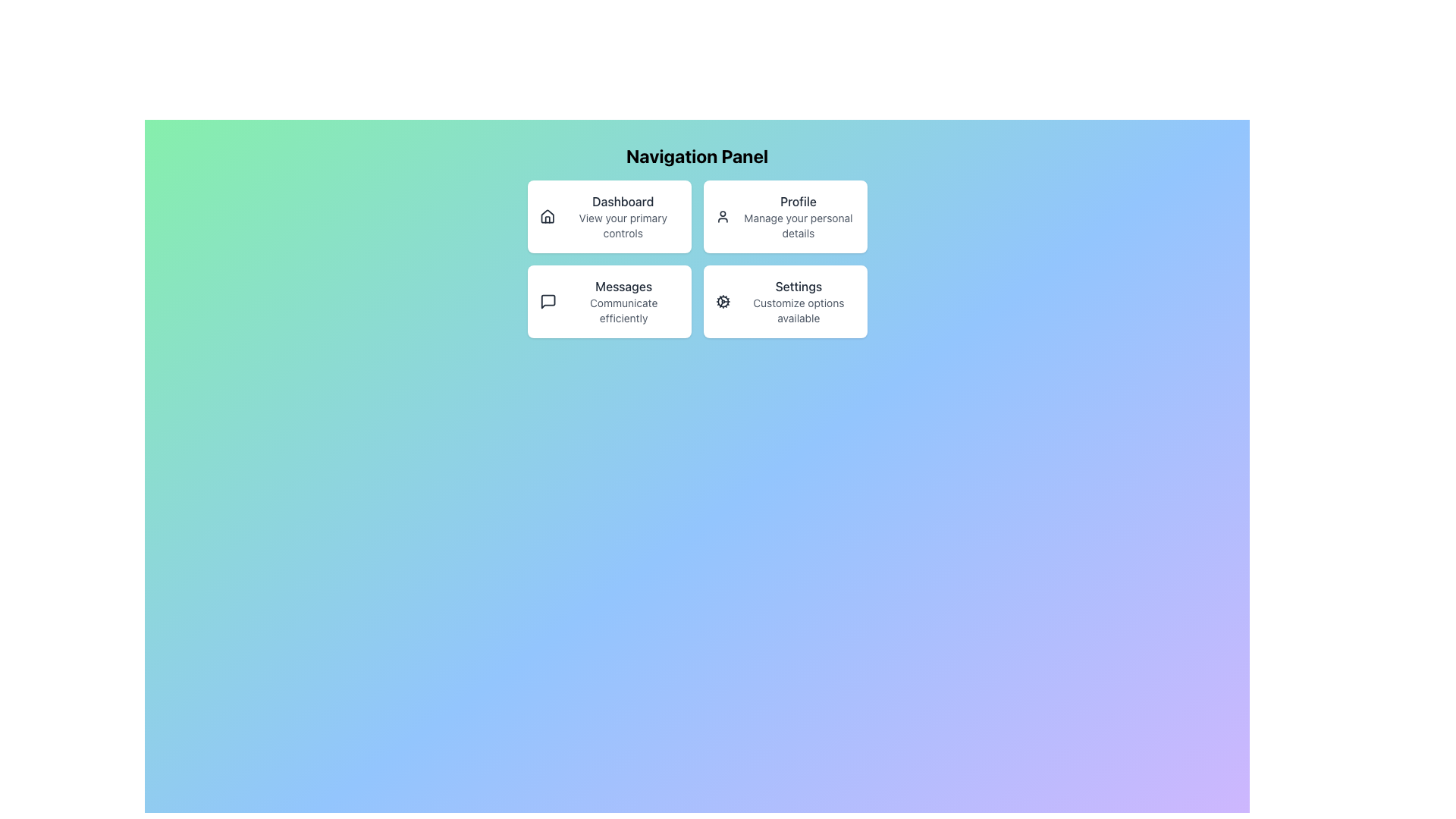 This screenshot has height=819, width=1456. Describe the element at coordinates (609, 301) in the screenshot. I see `the navigation button or card located in the bottom-left position of a 2x2 grid` at that location.